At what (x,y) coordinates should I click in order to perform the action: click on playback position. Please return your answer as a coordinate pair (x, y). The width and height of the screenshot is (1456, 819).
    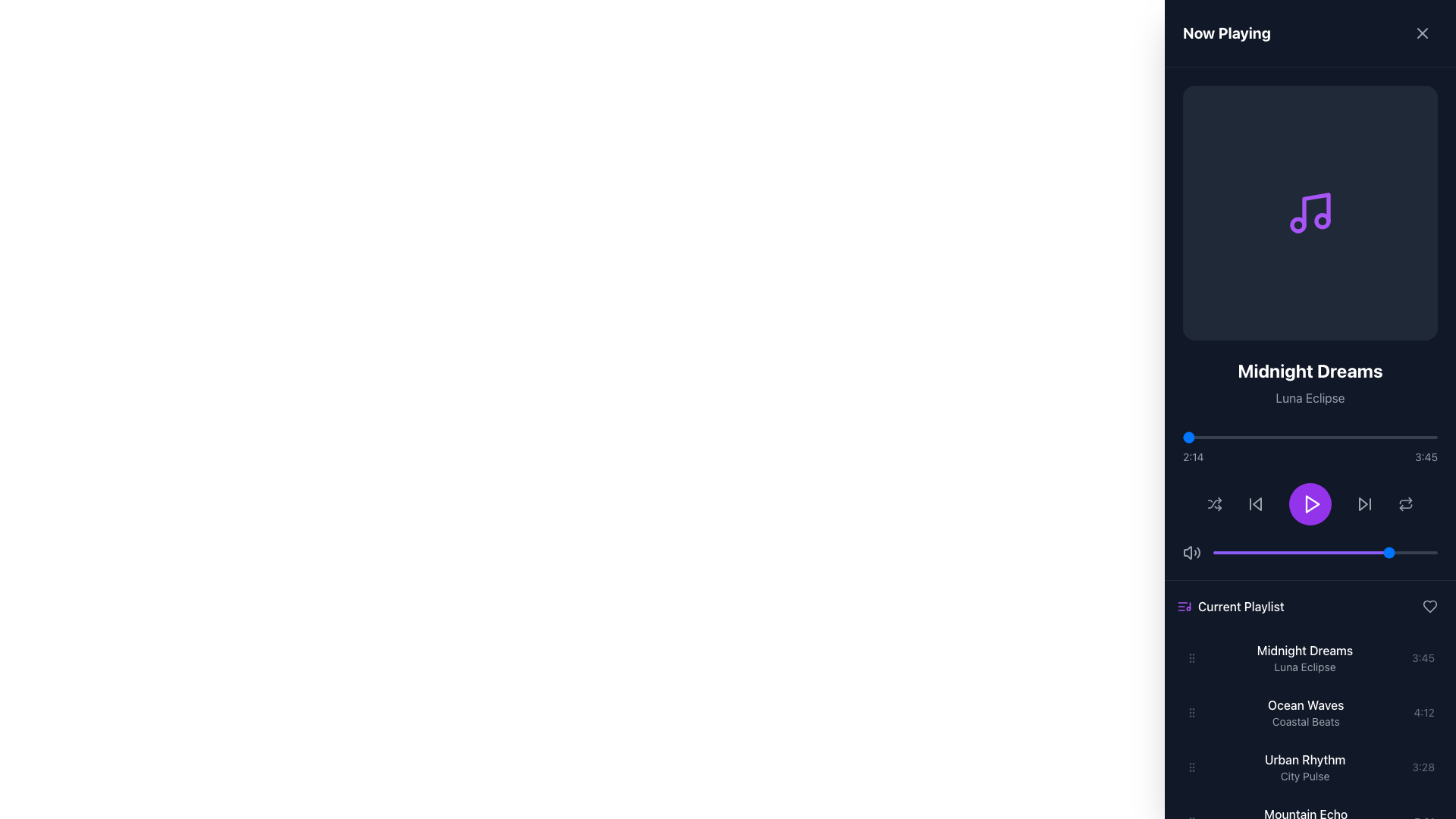
    Looking at the image, I should click on (1249, 438).